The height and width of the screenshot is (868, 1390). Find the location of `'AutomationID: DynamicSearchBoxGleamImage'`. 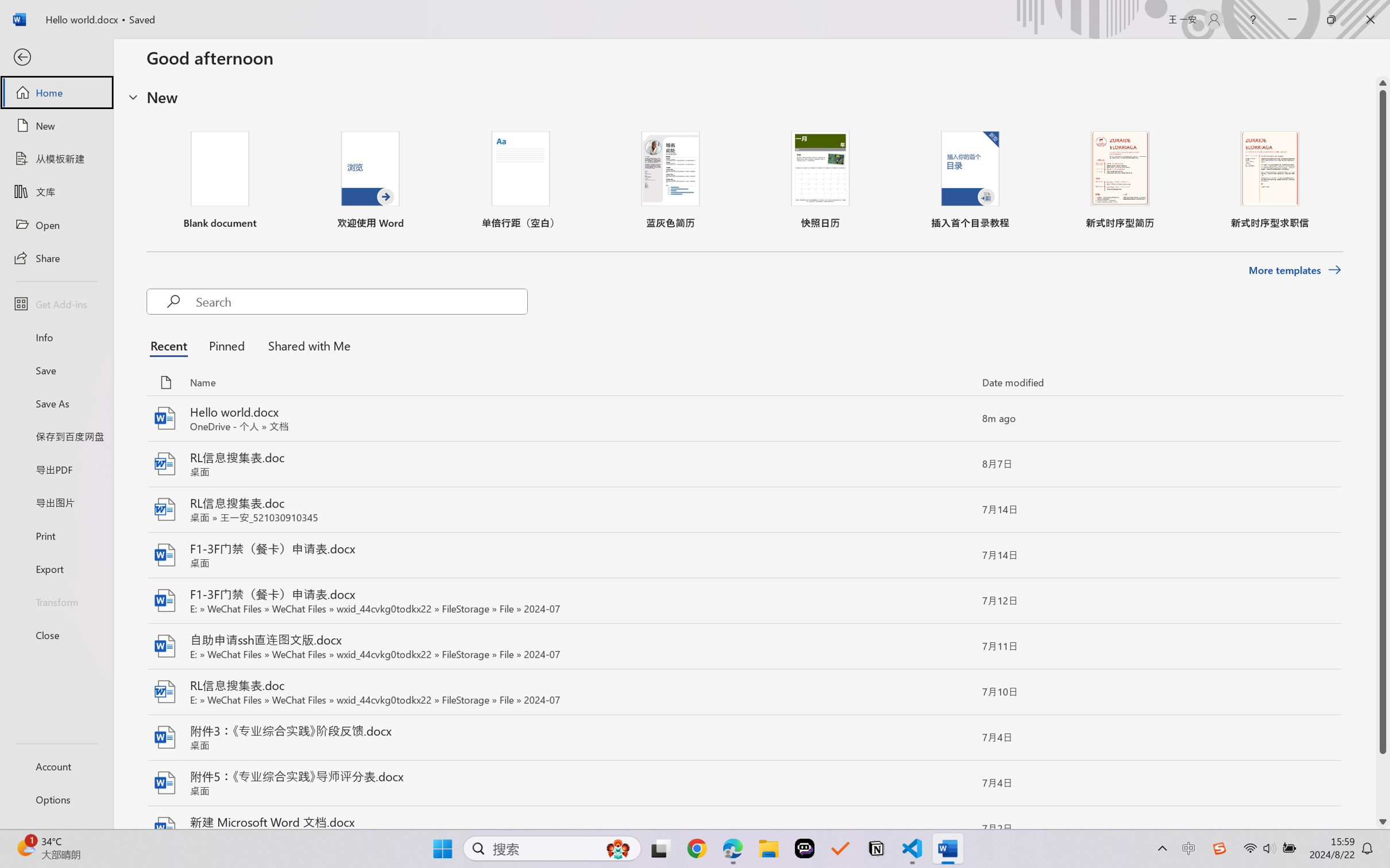

'AutomationID: DynamicSearchBoxGleamImage' is located at coordinates (618, 848).